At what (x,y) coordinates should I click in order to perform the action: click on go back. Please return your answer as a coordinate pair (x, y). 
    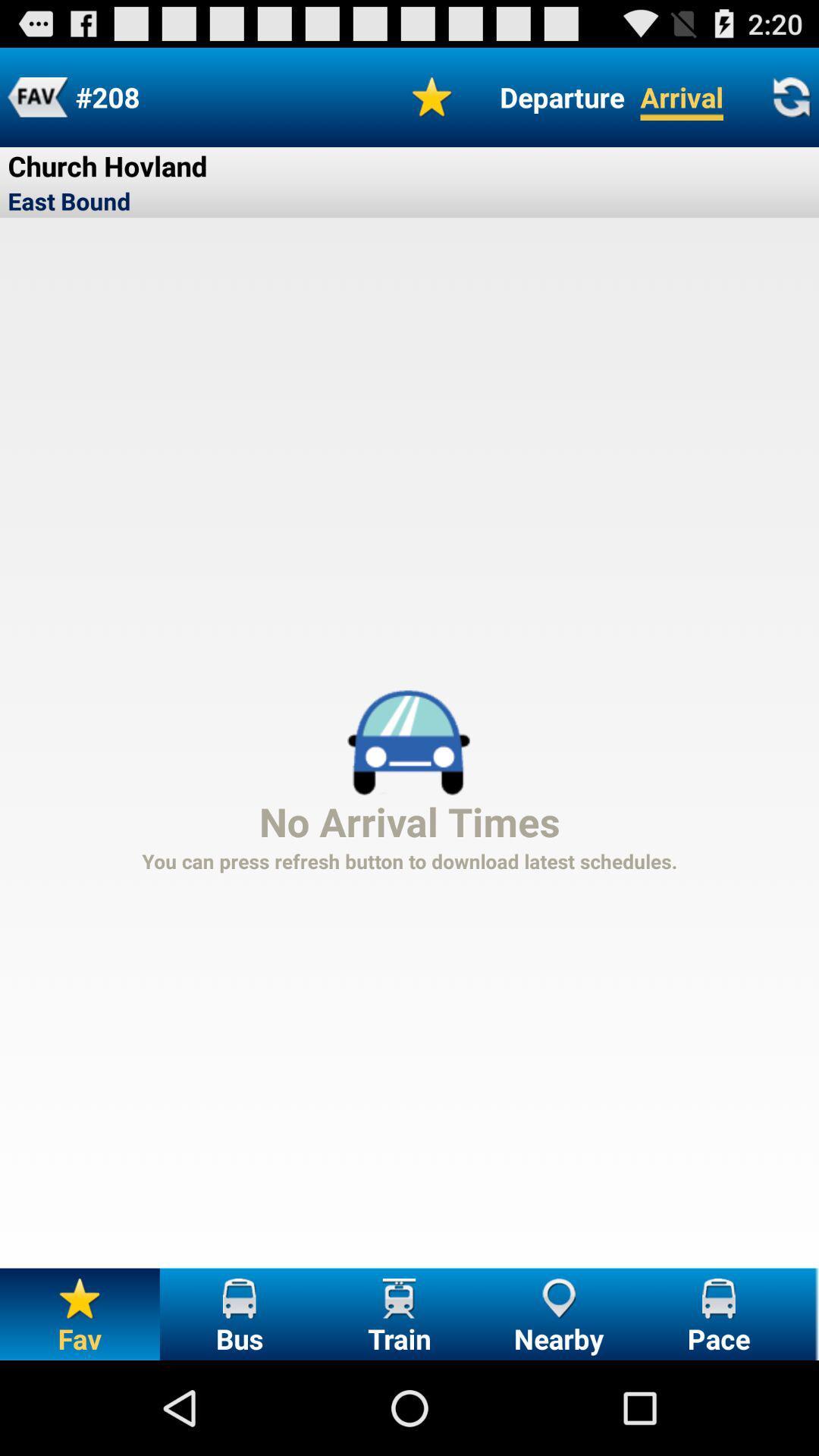
    Looking at the image, I should click on (36, 96).